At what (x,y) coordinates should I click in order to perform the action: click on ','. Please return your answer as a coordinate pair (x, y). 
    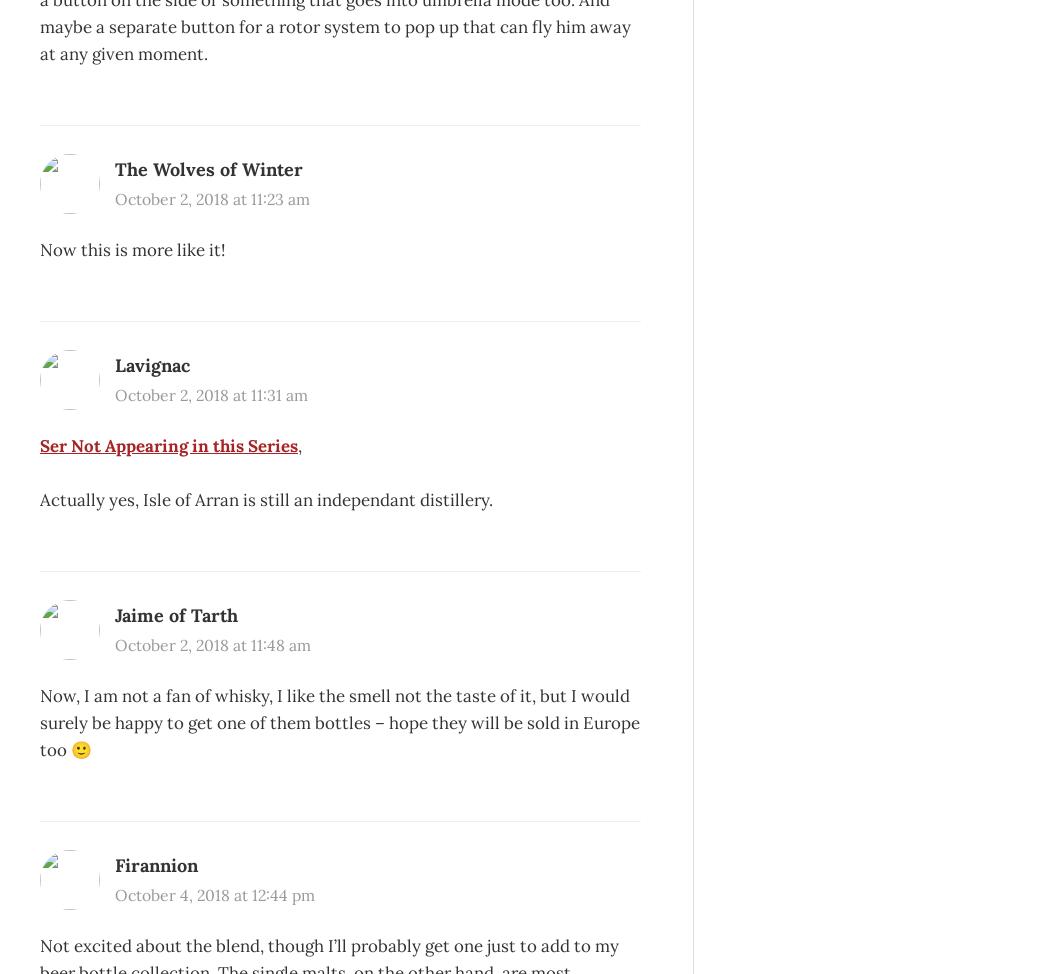
    Looking at the image, I should click on (299, 444).